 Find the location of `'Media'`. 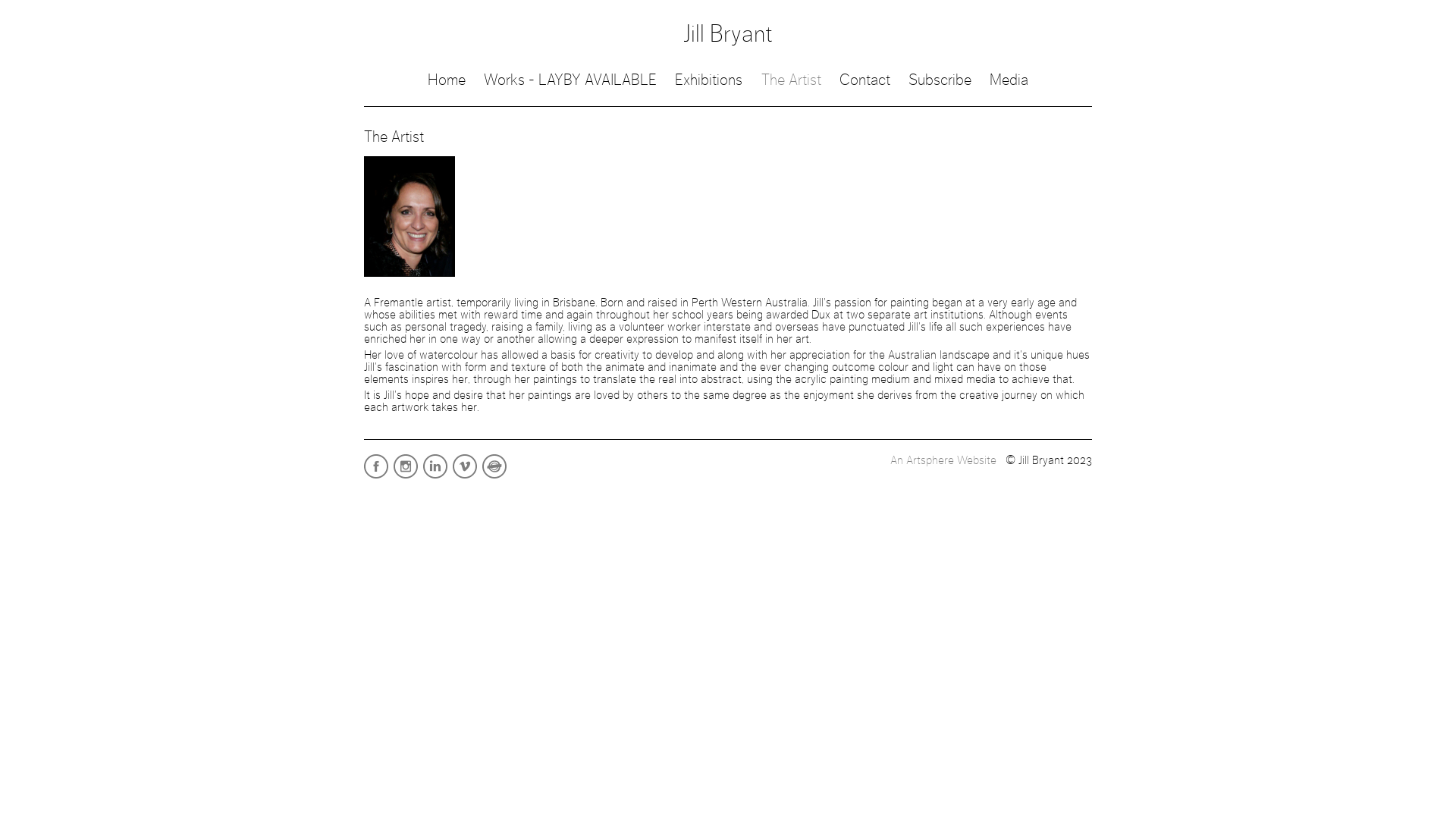

'Media' is located at coordinates (990, 80).